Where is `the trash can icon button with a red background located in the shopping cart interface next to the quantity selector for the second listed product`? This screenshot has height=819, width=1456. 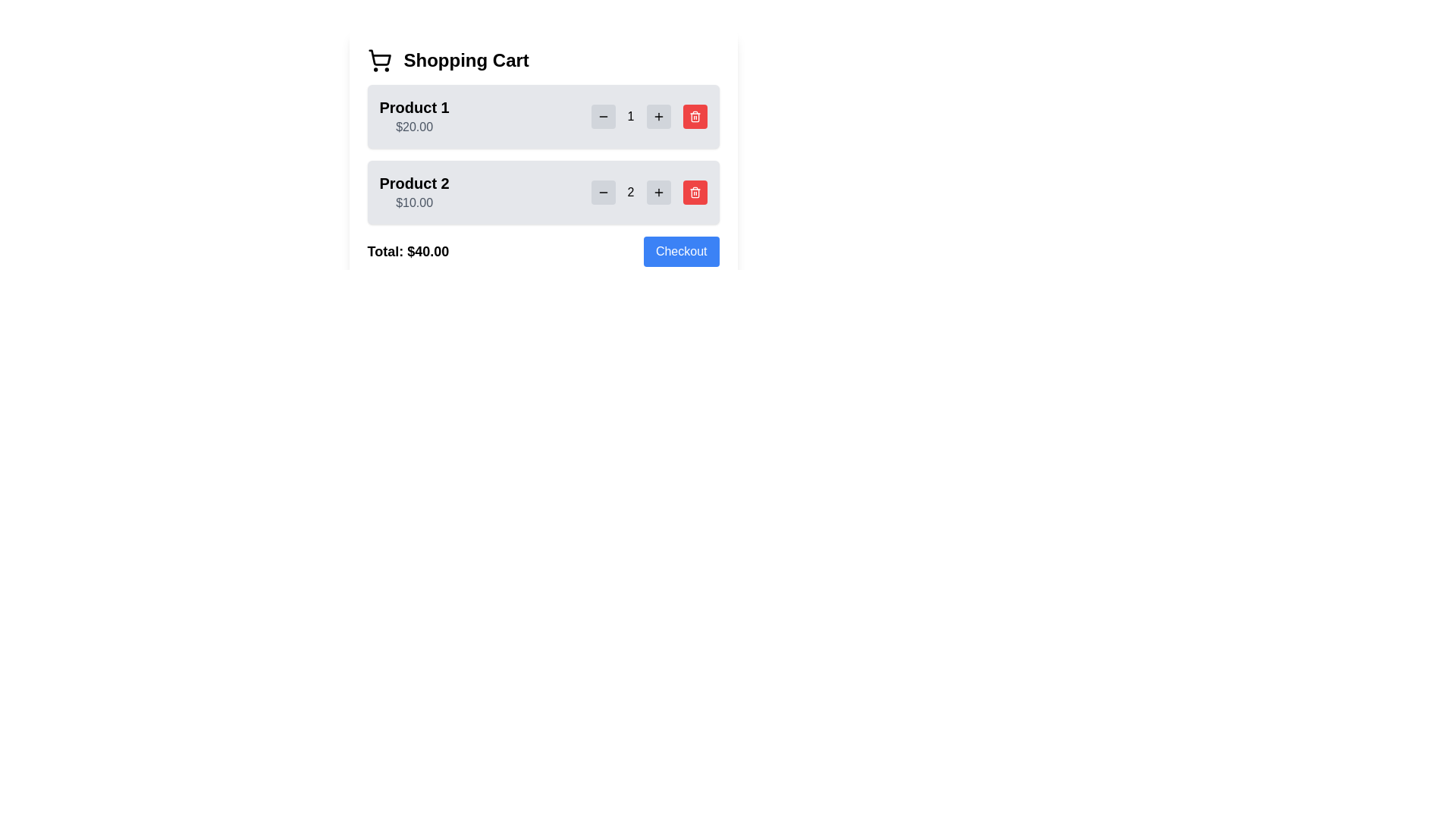 the trash can icon button with a red background located in the shopping cart interface next to the quantity selector for the second listed product is located at coordinates (694, 116).